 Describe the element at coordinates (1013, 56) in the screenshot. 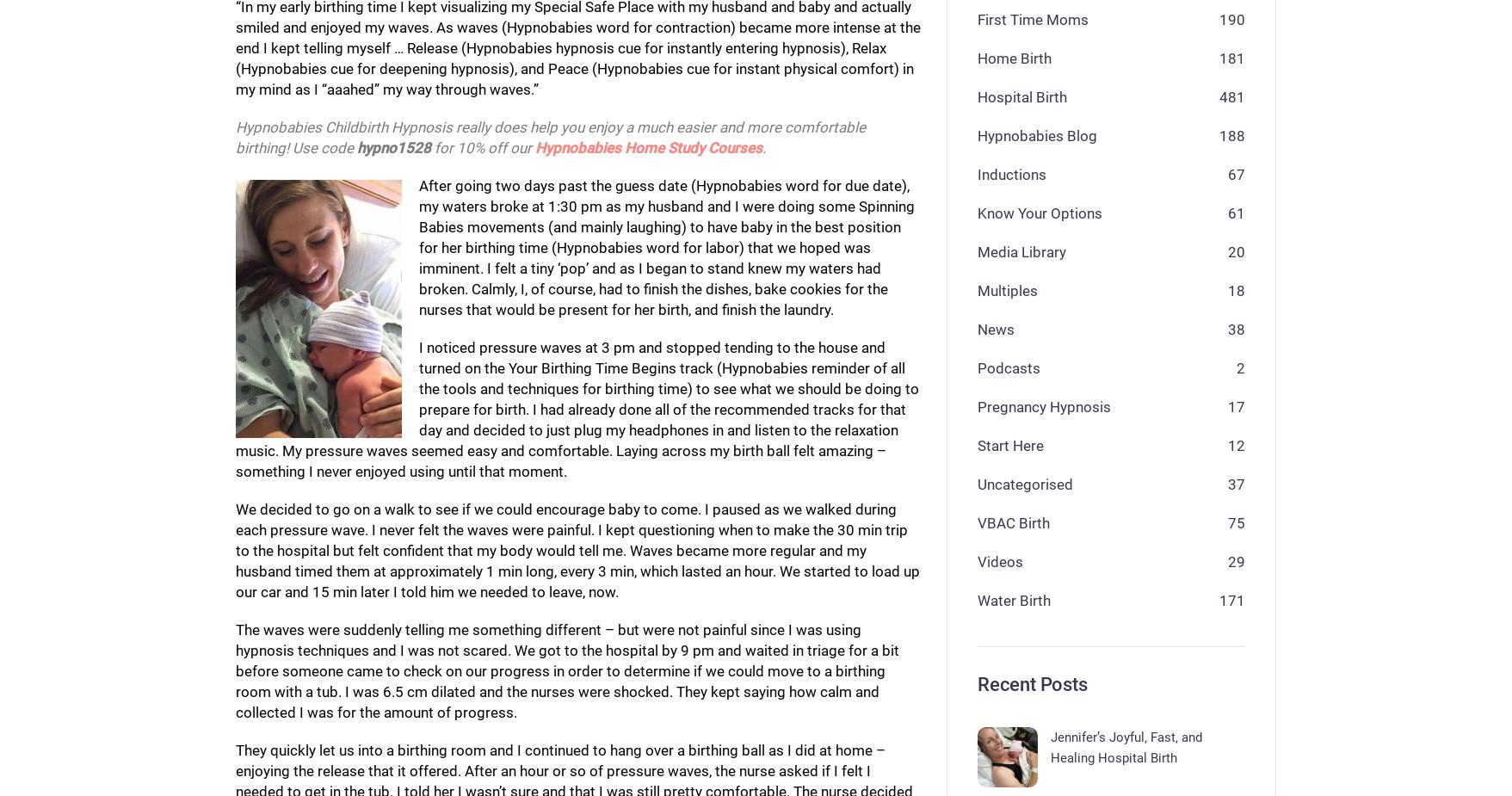

I see `'Home Birth'` at that location.